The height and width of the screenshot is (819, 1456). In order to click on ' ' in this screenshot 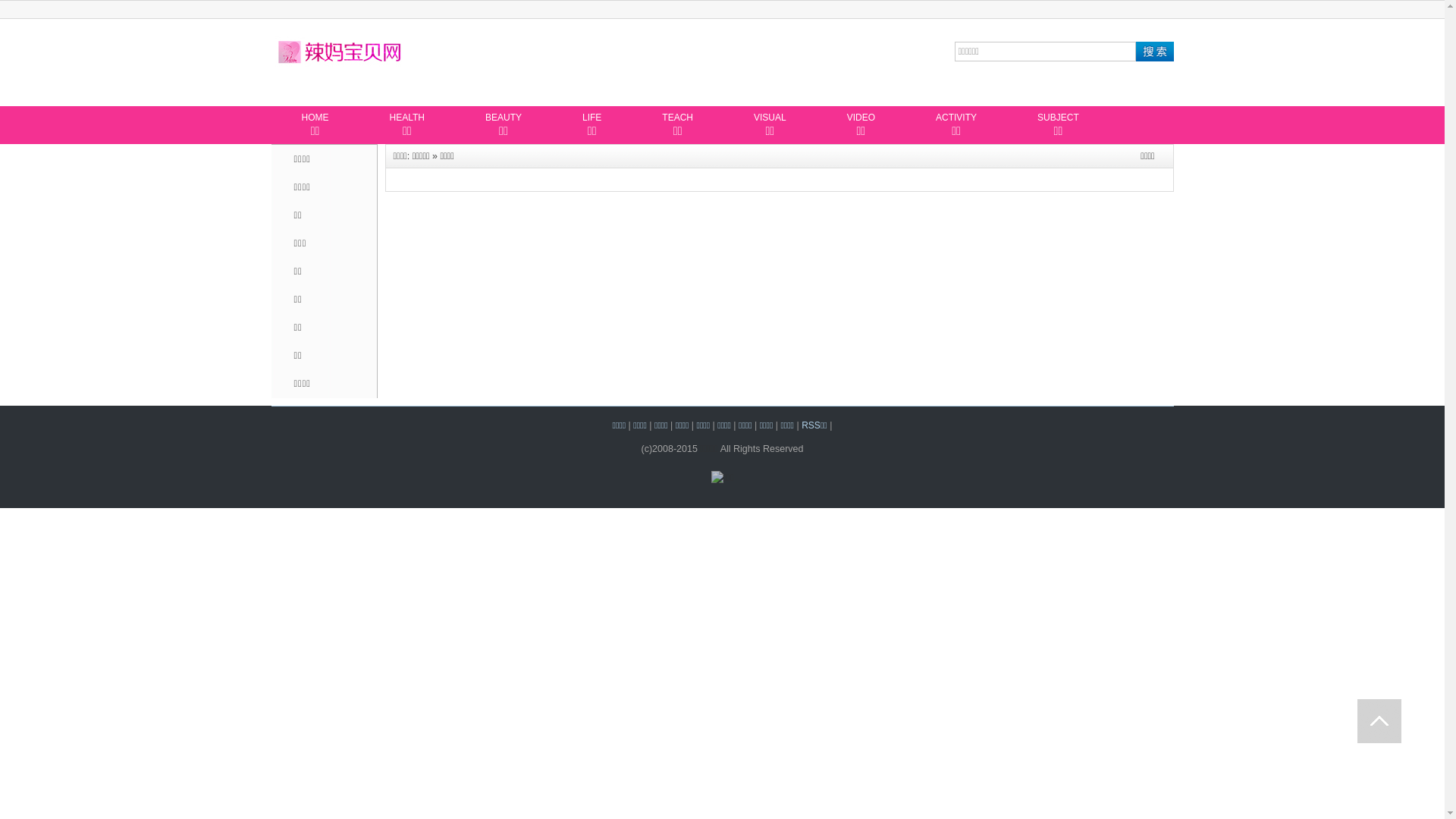, I will do `click(1379, 720)`.